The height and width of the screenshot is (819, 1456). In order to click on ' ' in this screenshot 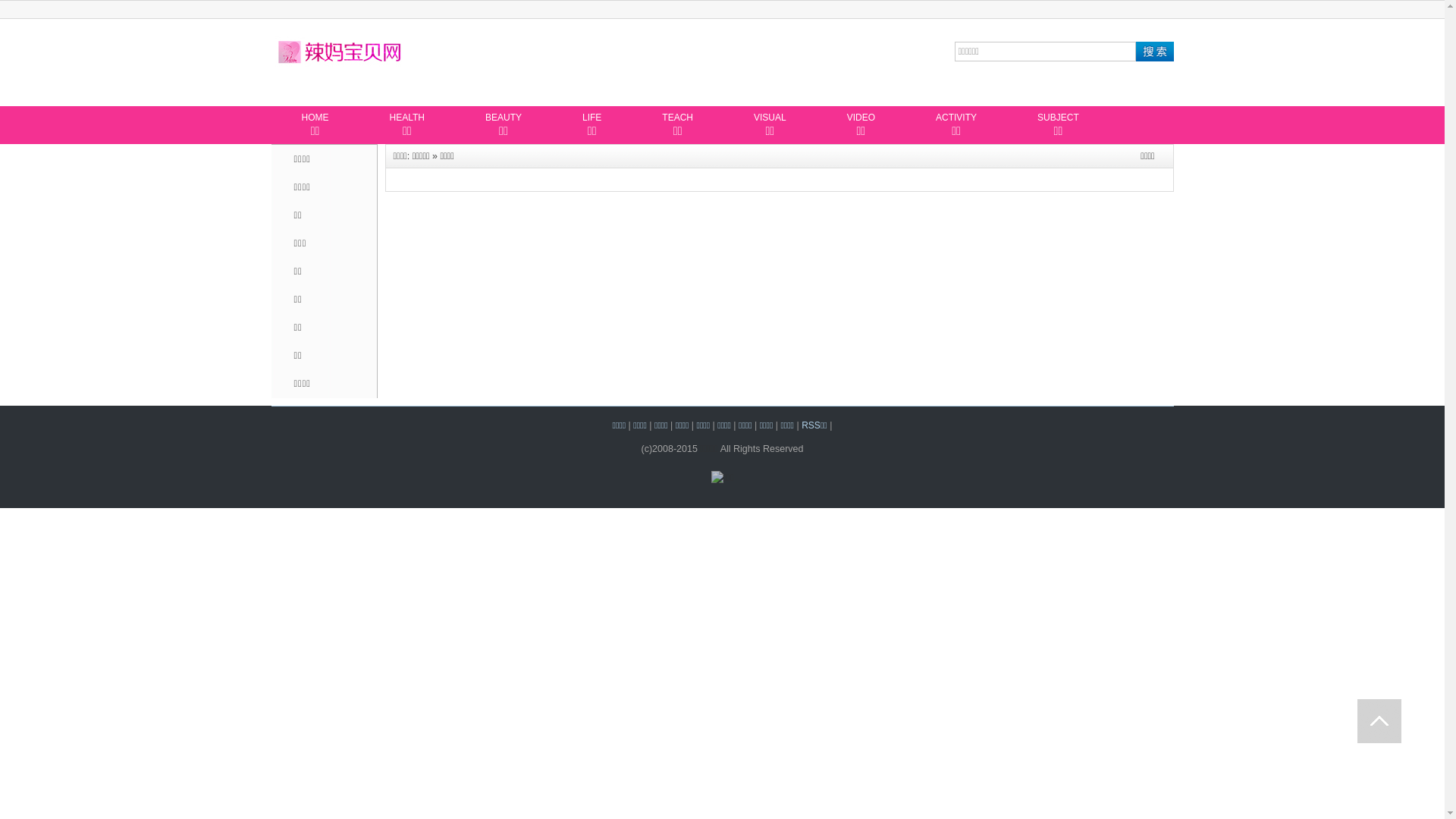, I will do `click(1379, 720)`.